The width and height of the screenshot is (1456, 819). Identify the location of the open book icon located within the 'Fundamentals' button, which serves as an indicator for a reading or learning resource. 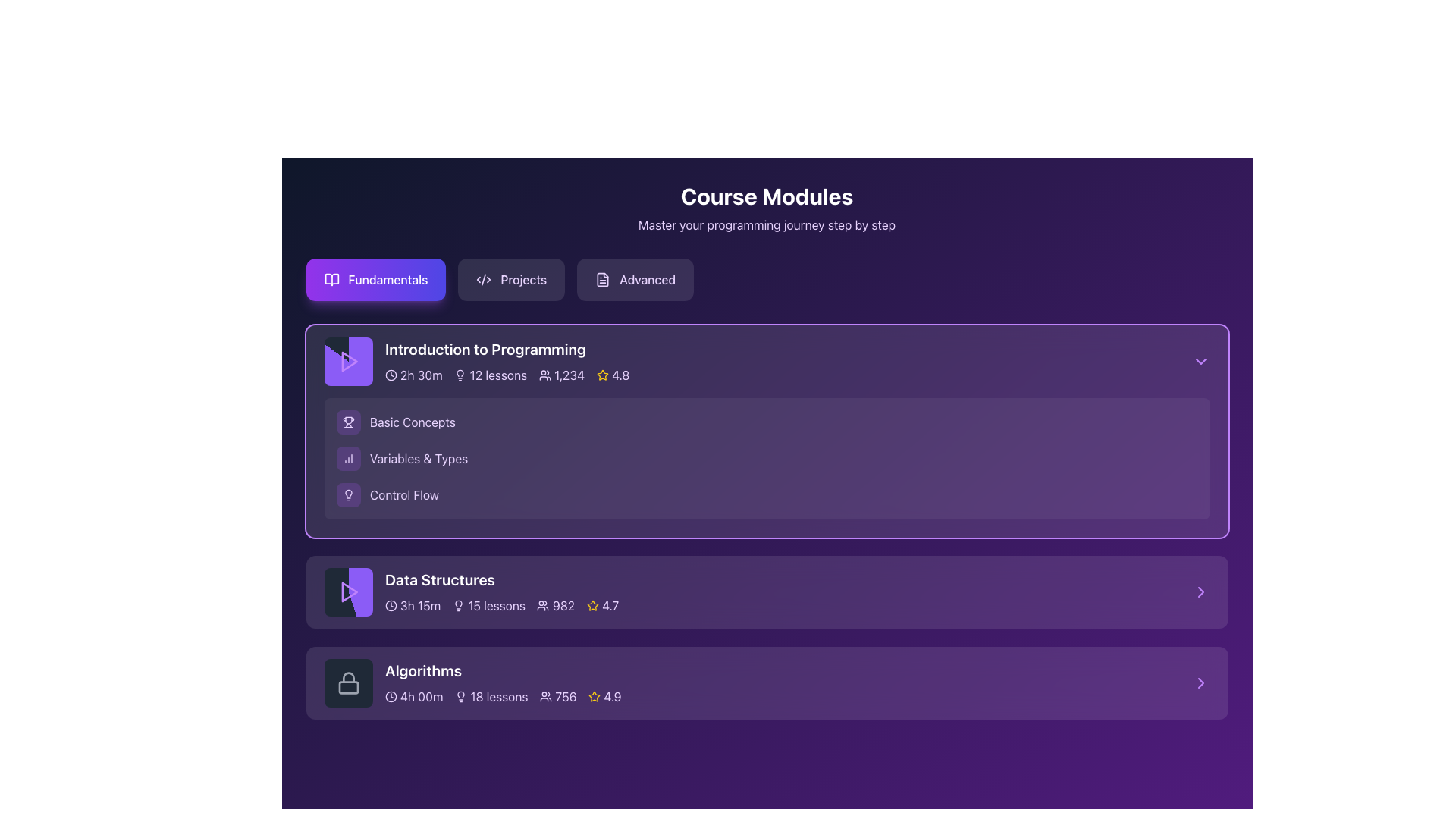
(331, 280).